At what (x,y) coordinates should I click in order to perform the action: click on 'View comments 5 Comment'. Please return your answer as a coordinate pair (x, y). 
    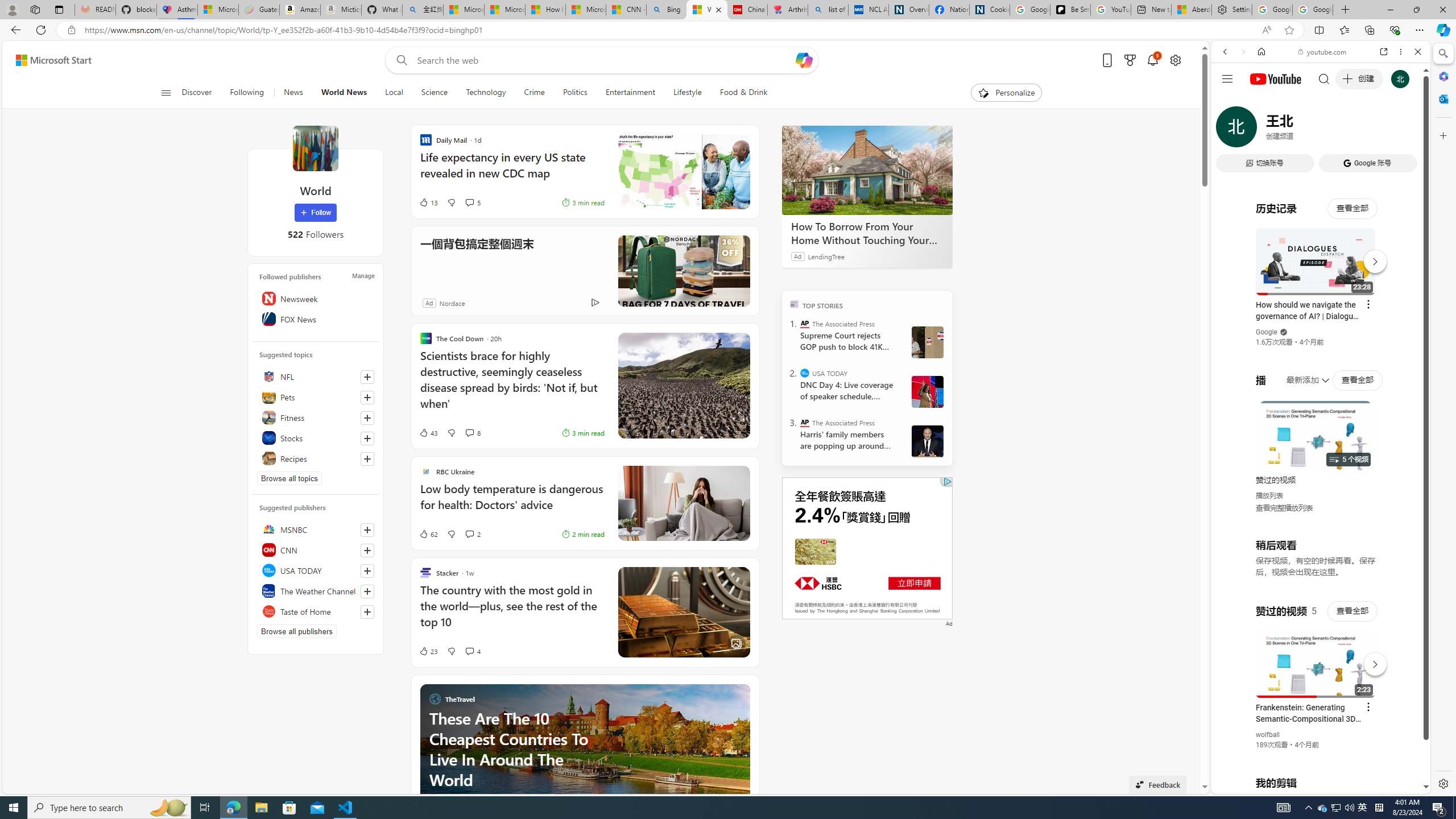
    Looking at the image, I should click on (471, 202).